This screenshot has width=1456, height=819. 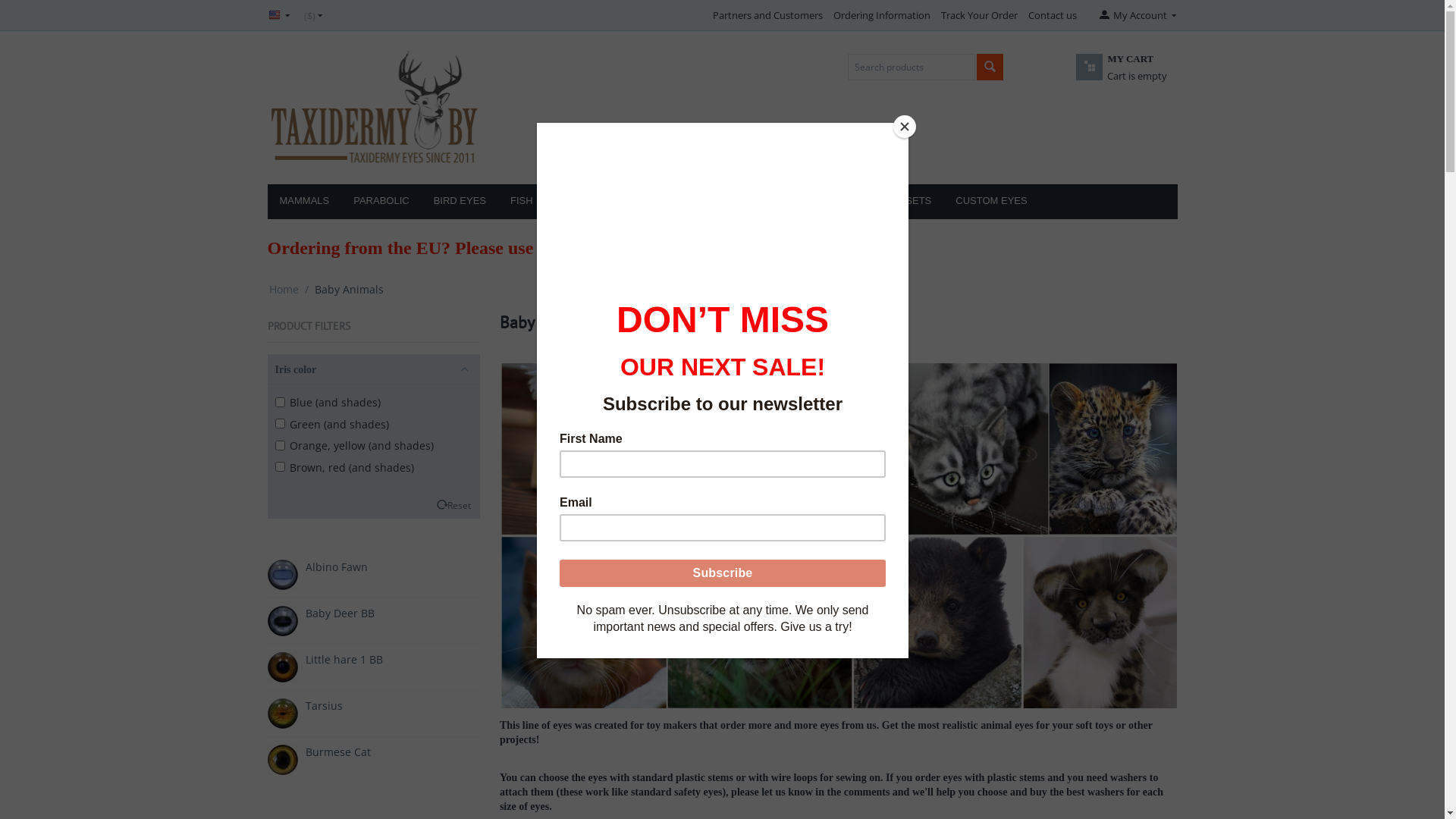 What do you see at coordinates (990, 201) in the screenshot?
I see `'CUSTOM EYES'` at bounding box center [990, 201].